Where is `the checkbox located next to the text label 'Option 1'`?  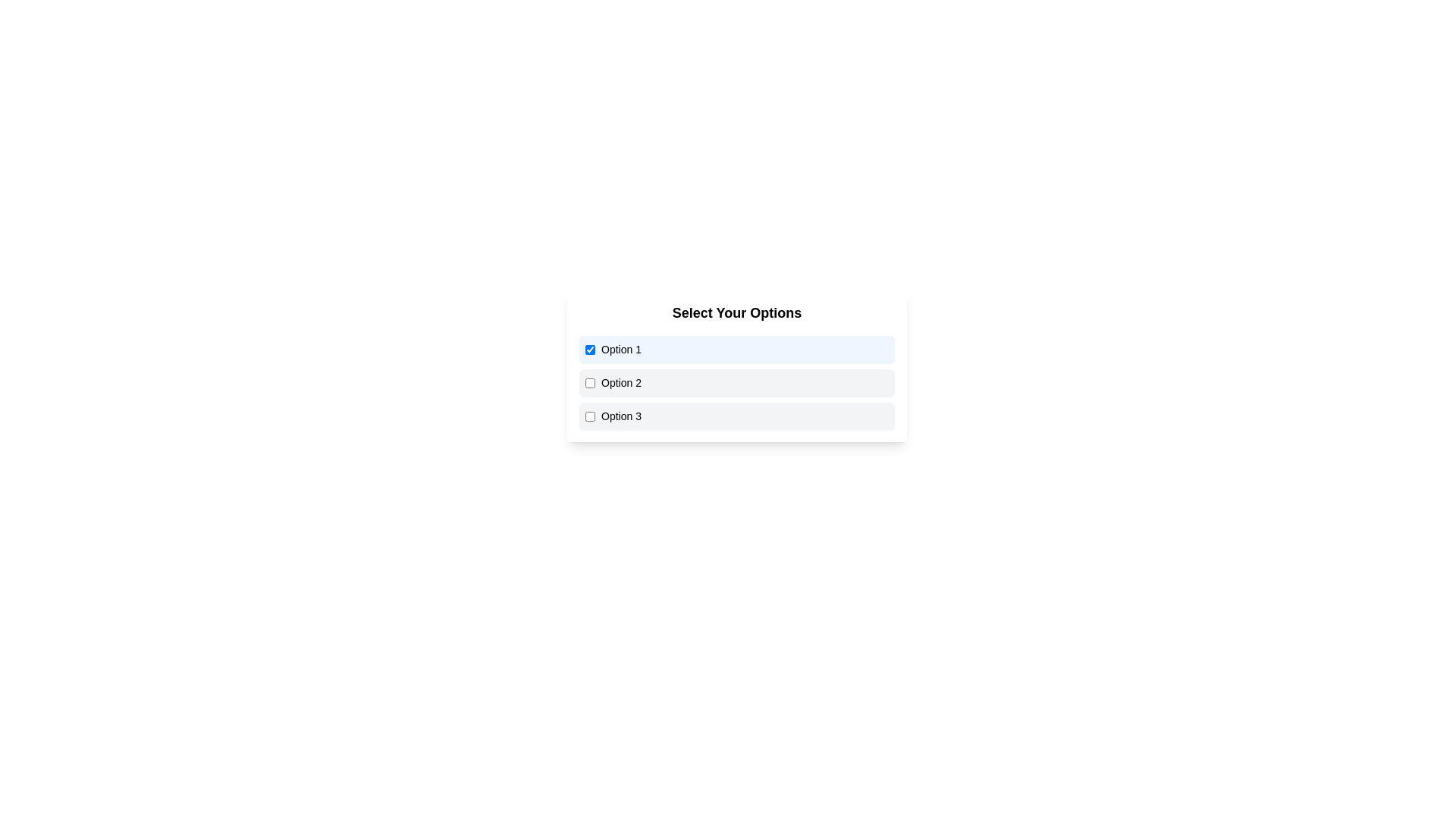
the checkbox located next to the text label 'Option 1' is located at coordinates (589, 350).